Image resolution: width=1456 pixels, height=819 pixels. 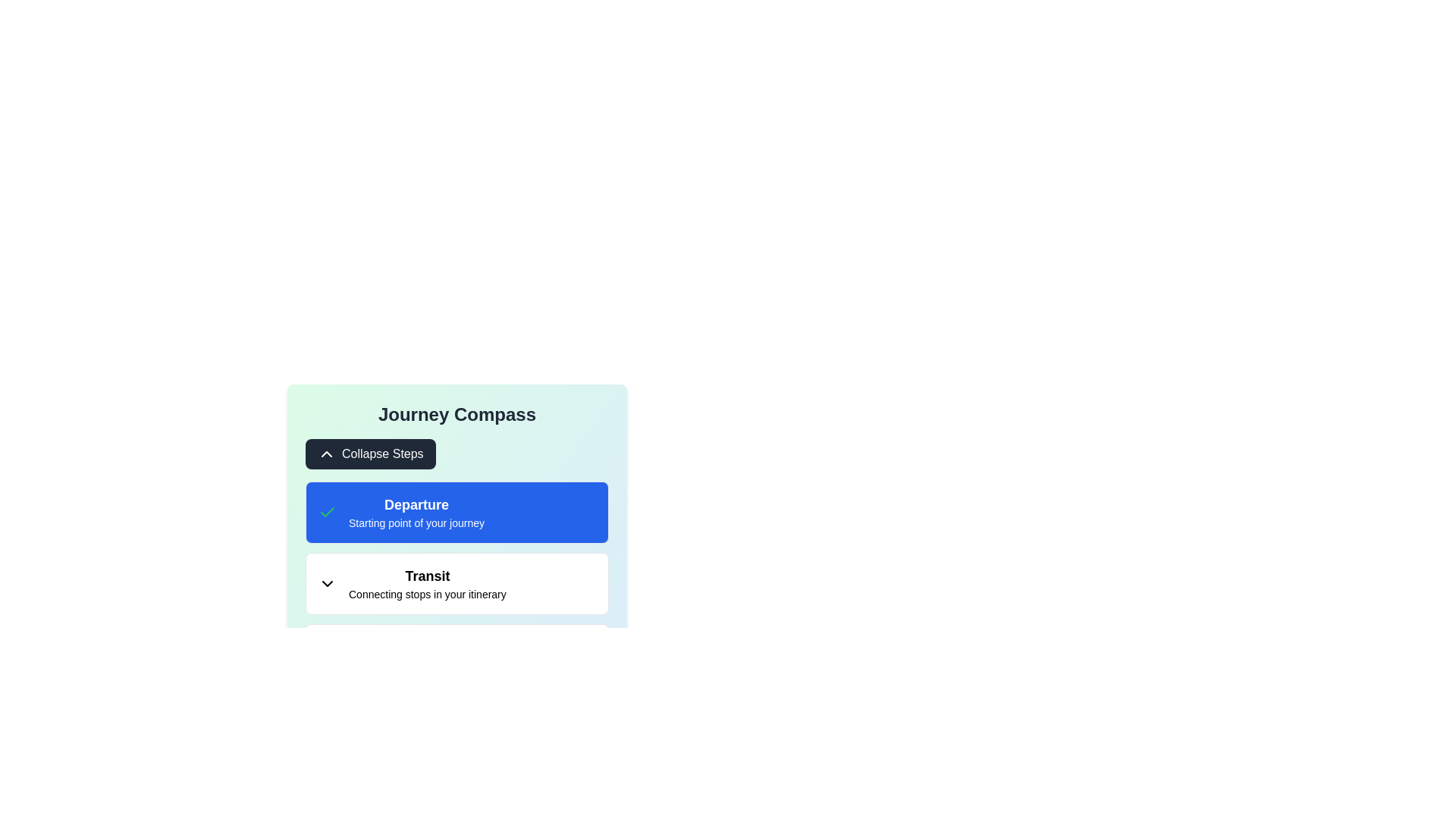 What do you see at coordinates (426, 583) in the screenshot?
I see `the 'Transit' text label located within the 'Departure' card in the journey interface` at bounding box center [426, 583].